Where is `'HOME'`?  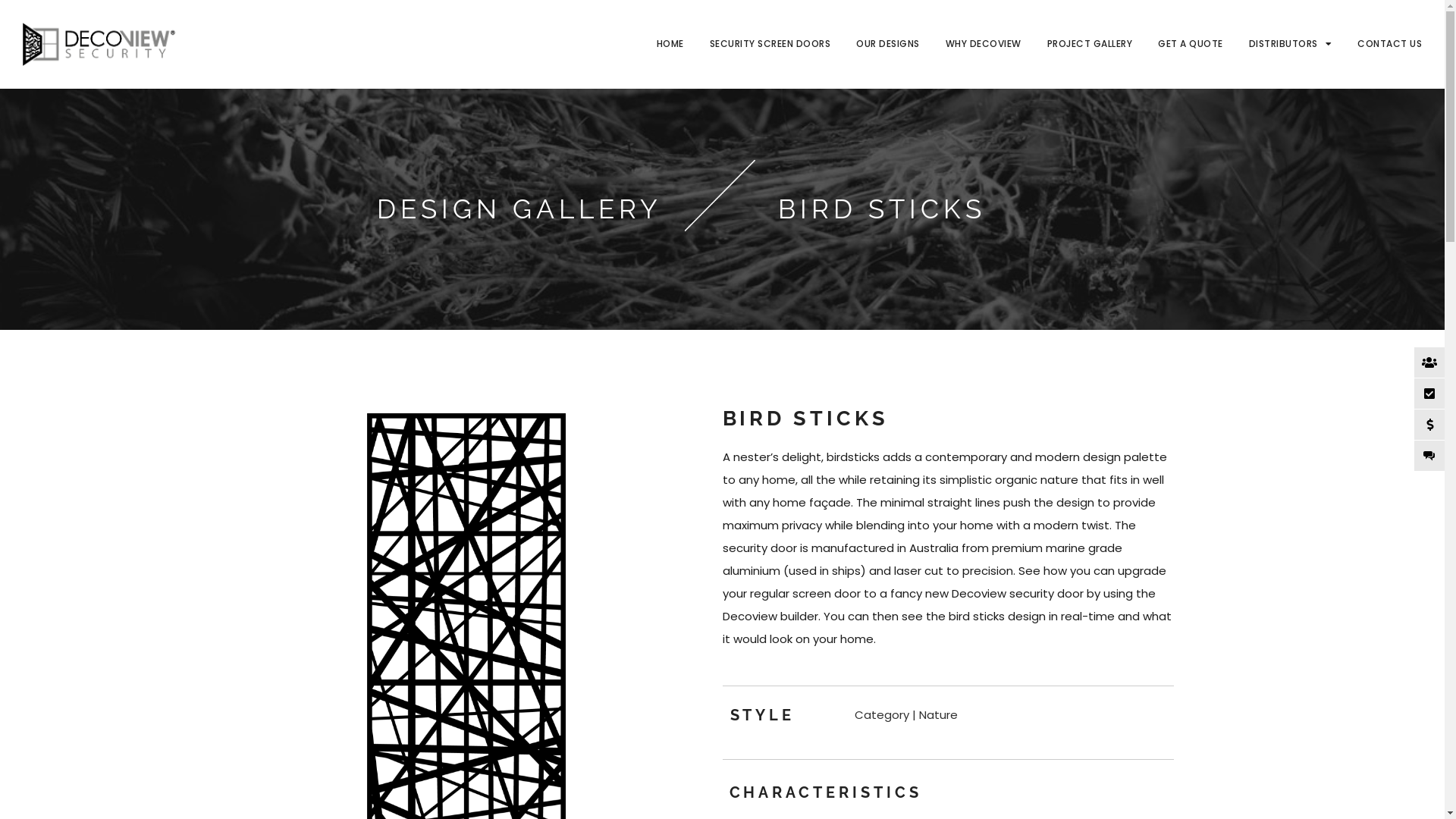
'HOME' is located at coordinates (669, 42).